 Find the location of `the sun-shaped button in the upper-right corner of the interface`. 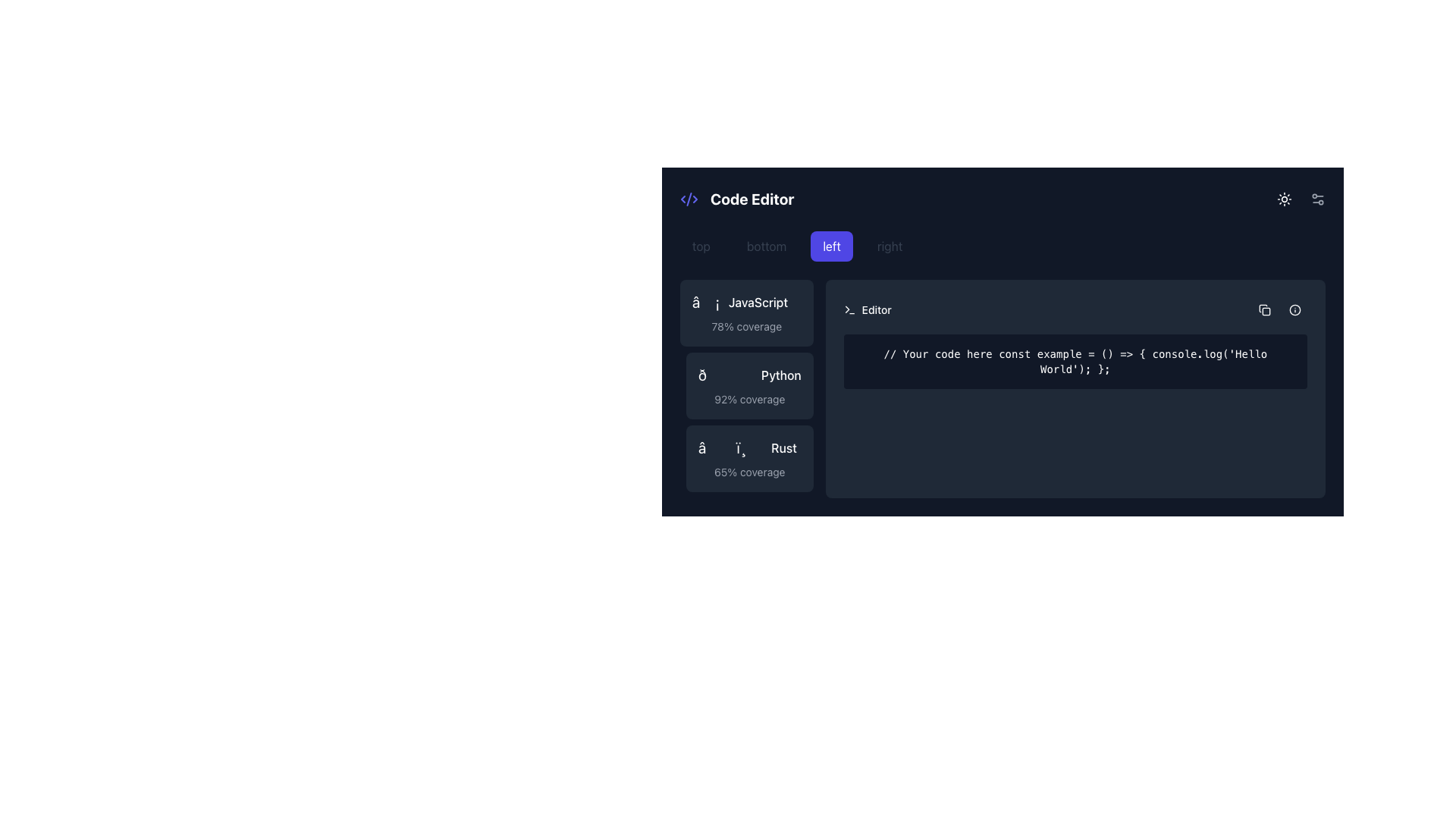

the sun-shaped button in the upper-right corner of the interface is located at coordinates (1284, 198).